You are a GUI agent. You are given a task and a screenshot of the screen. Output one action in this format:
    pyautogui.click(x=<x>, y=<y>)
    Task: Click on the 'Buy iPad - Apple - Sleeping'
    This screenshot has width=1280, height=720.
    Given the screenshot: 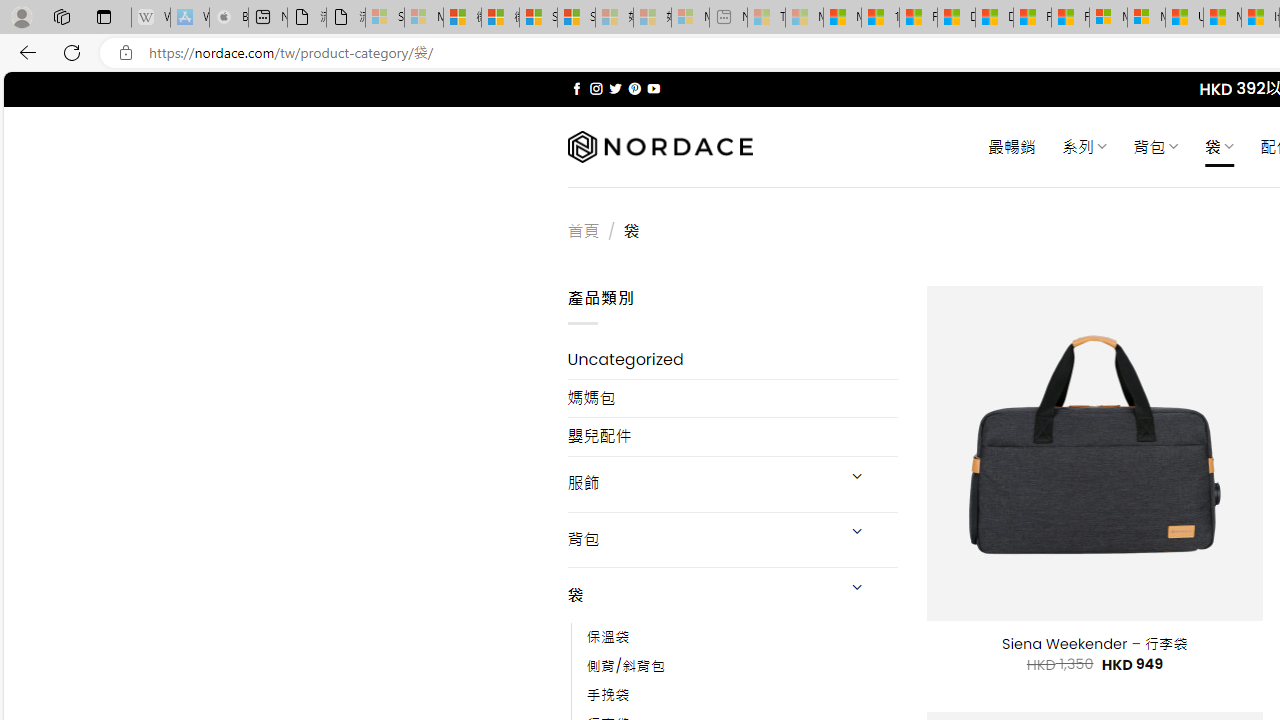 What is the action you would take?
    pyautogui.click(x=229, y=17)
    